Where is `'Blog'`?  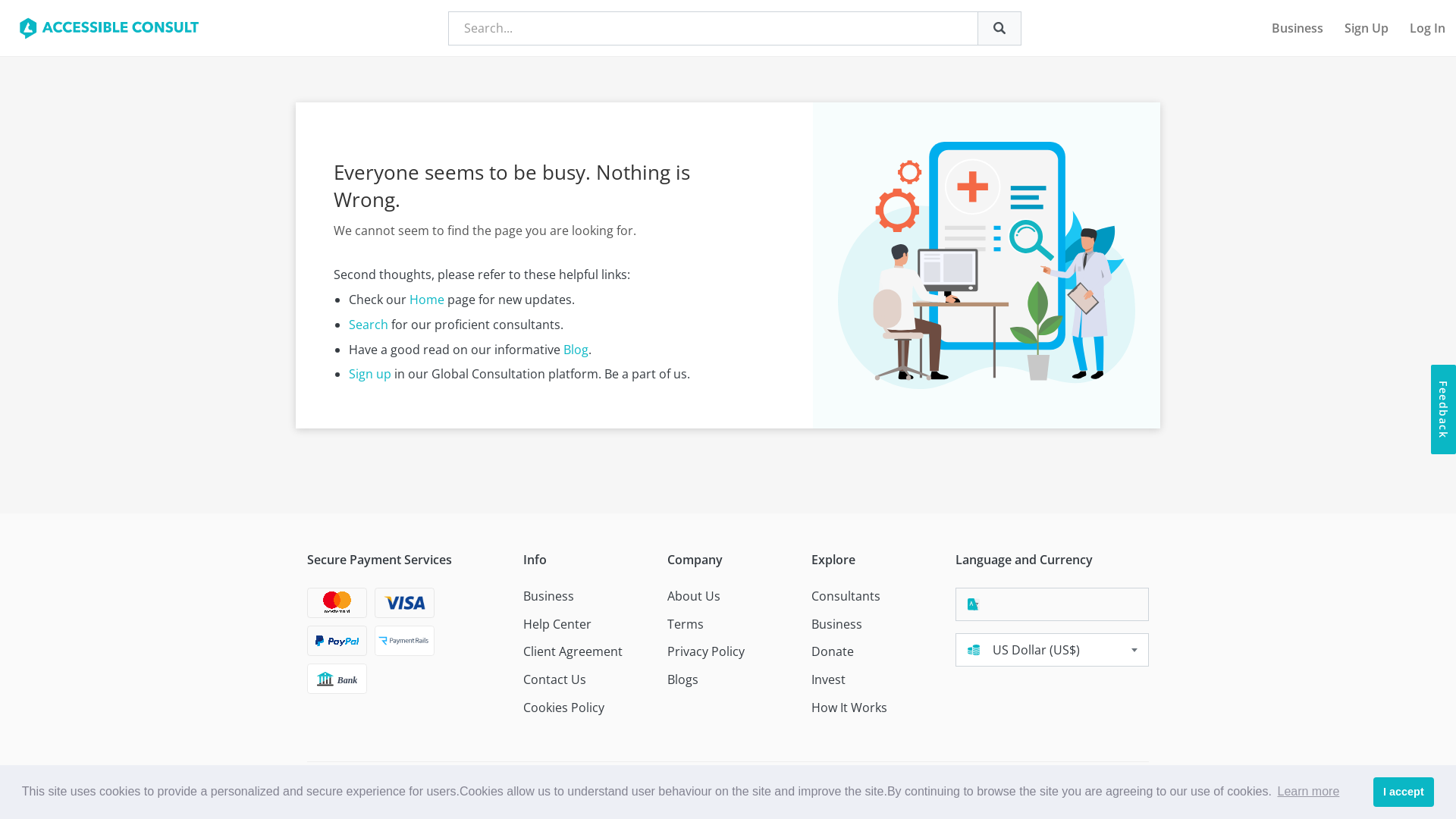
'Blog' is located at coordinates (575, 350).